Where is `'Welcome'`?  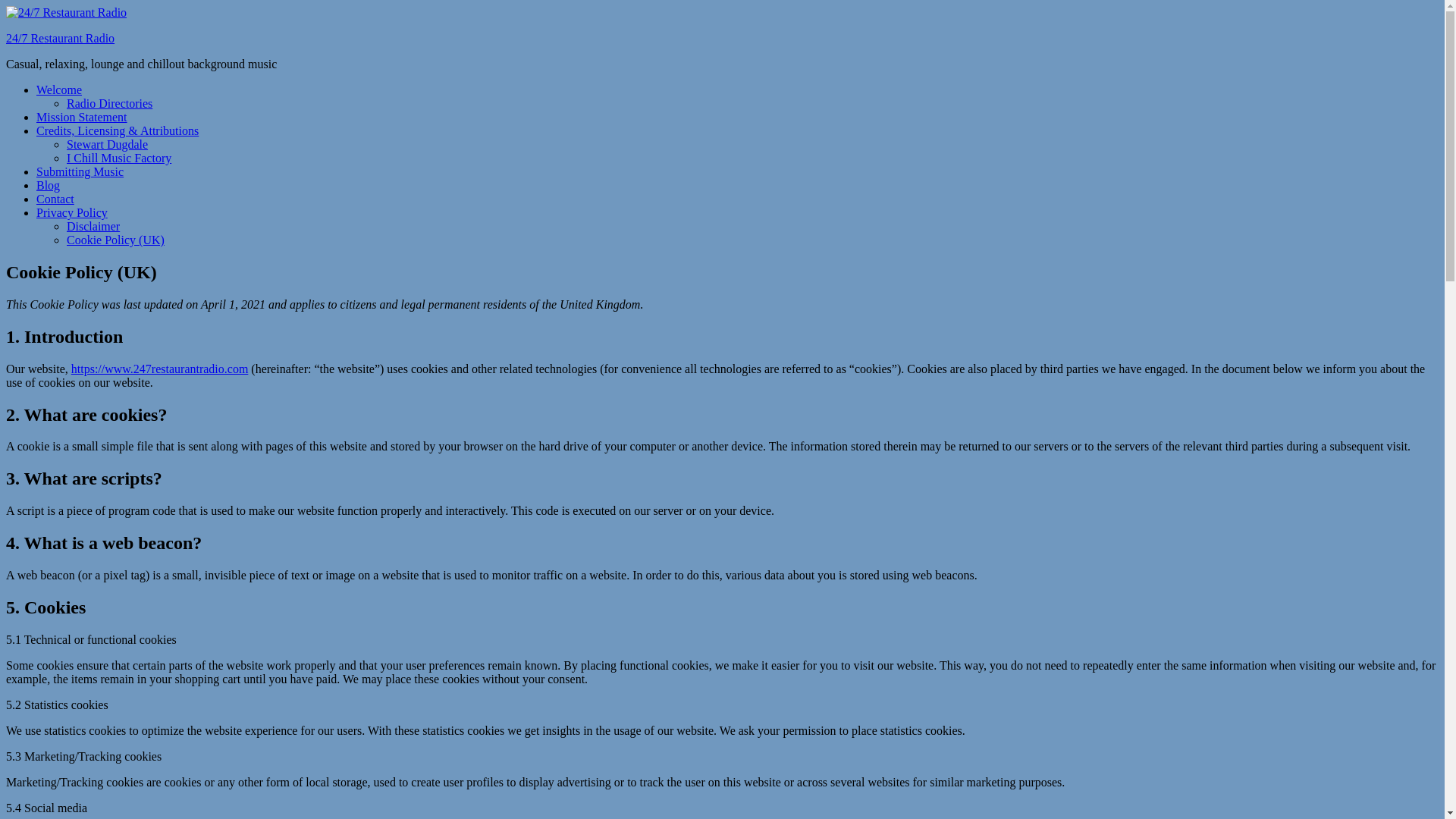 'Welcome' is located at coordinates (58, 89).